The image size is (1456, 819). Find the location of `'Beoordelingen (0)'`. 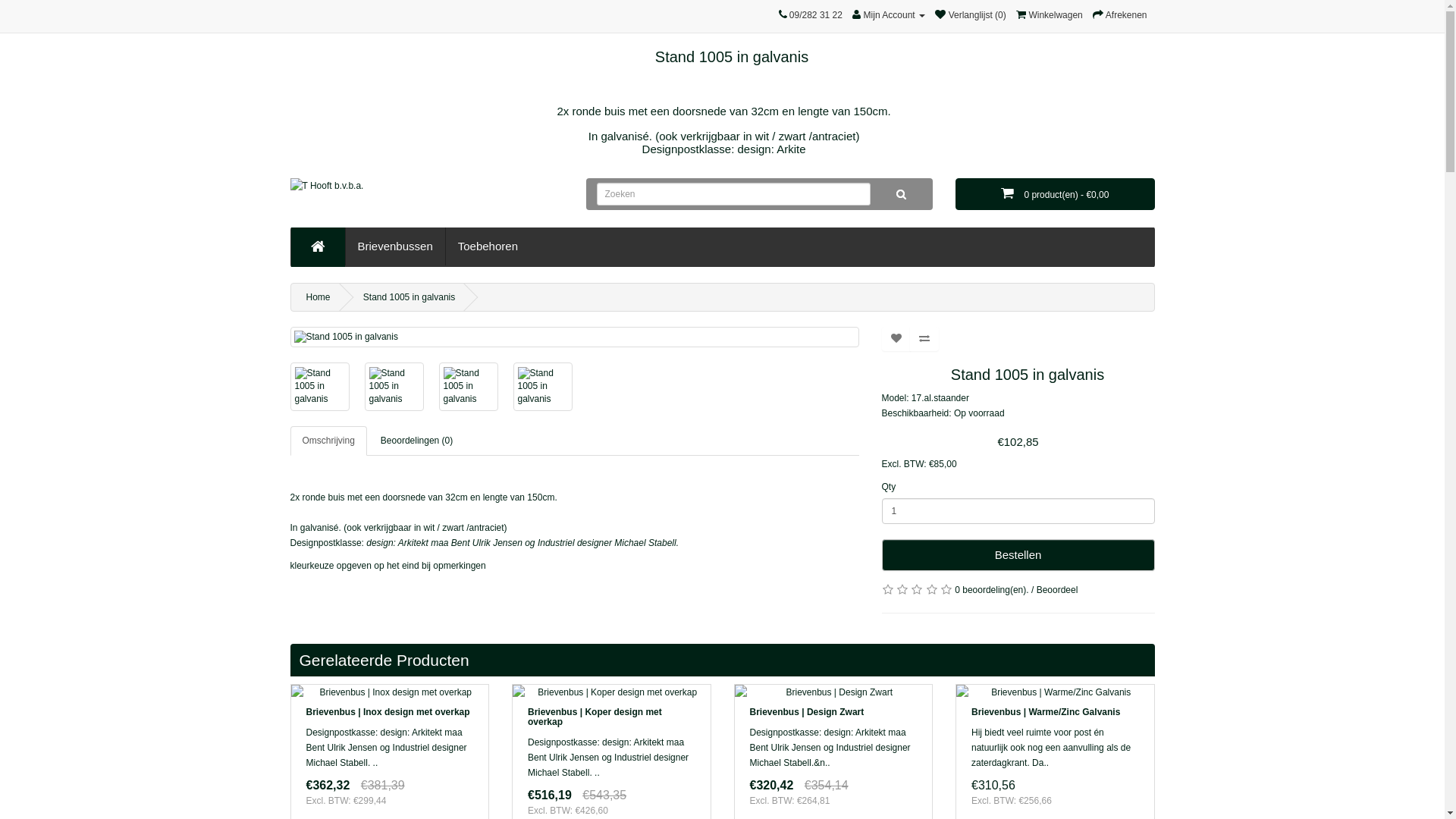

'Beoordelingen (0)' is located at coordinates (416, 441).